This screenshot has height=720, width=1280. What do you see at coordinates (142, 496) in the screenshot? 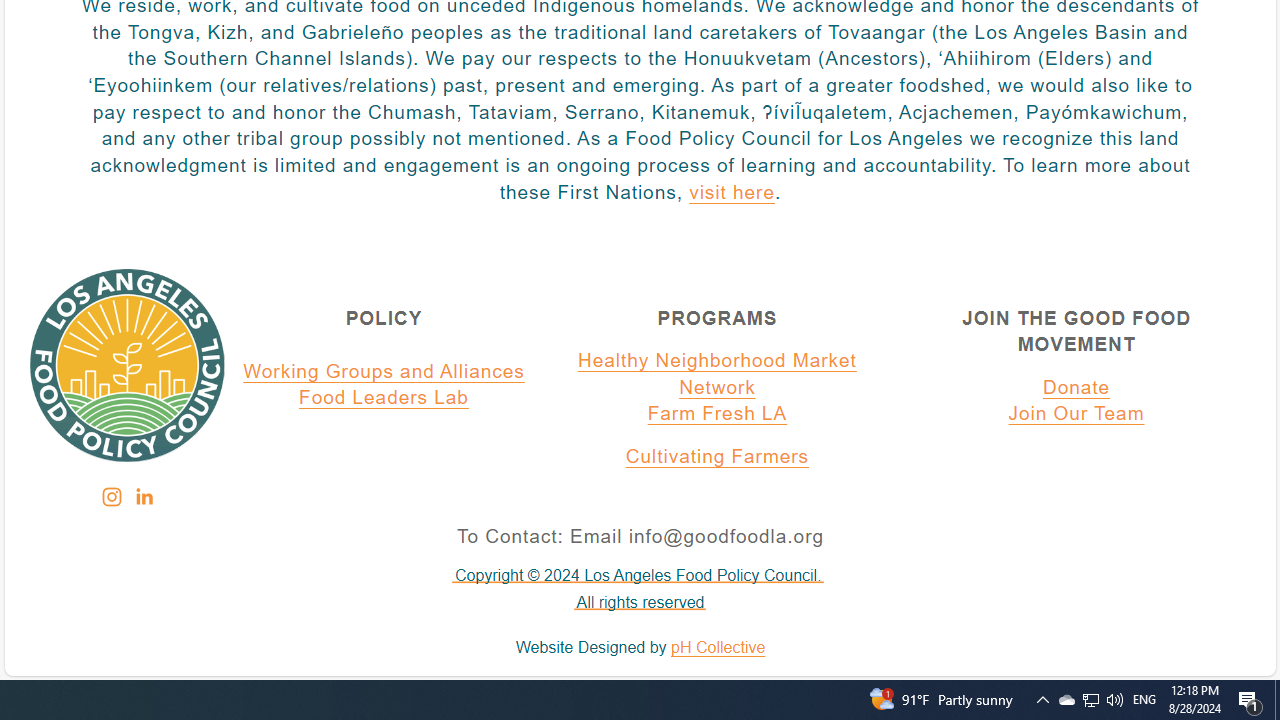
I see `'Class: sqs-svg-icon--social'` at bounding box center [142, 496].